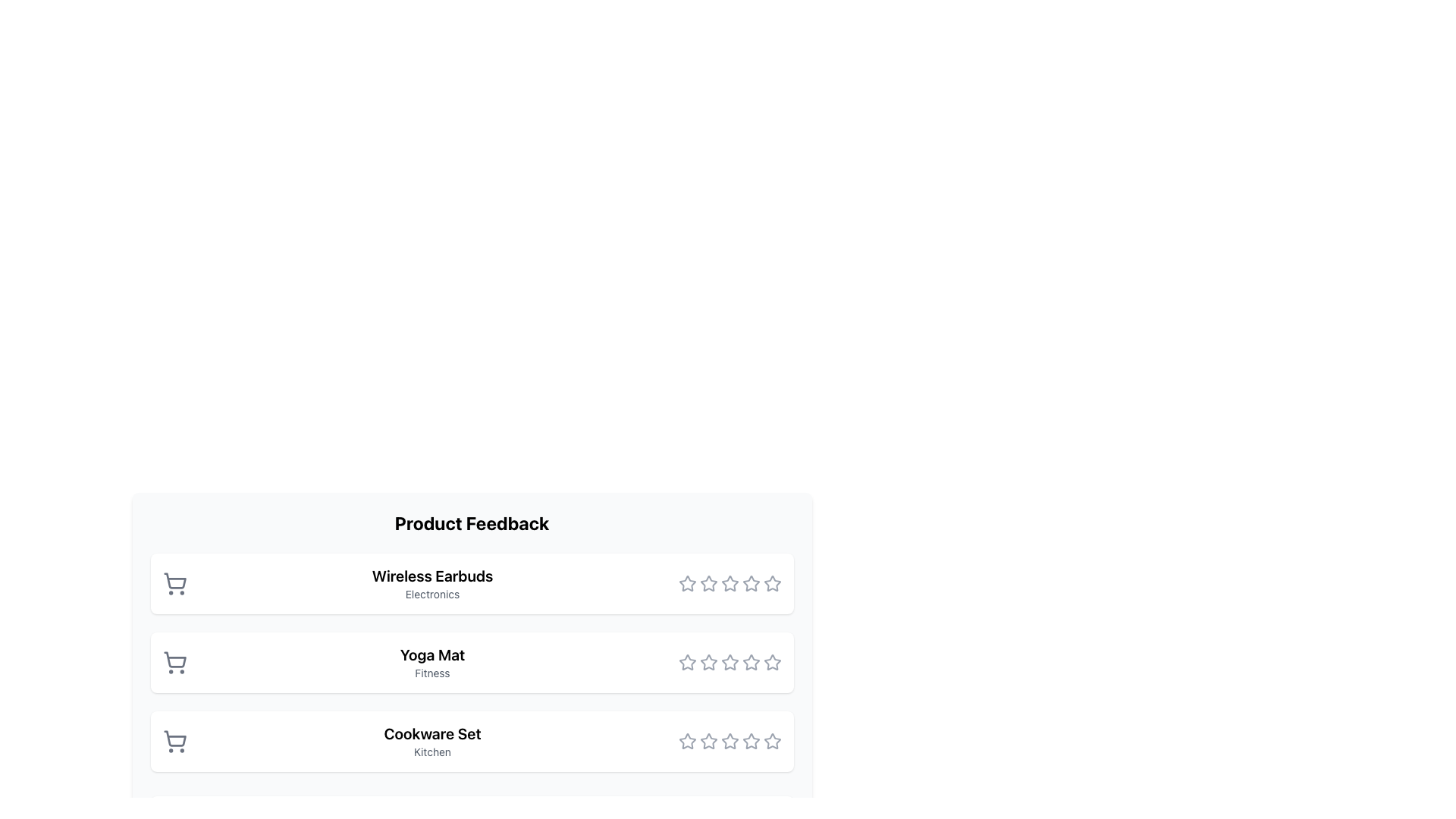 The width and height of the screenshot is (1456, 819). What do you see at coordinates (431, 752) in the screenshot?
I see `the text label reading 'Kitchen', which is styled in small size font and light gray color, located beneath 'Cookware Set' in the product feedback list` at bounding box center [431, 752].